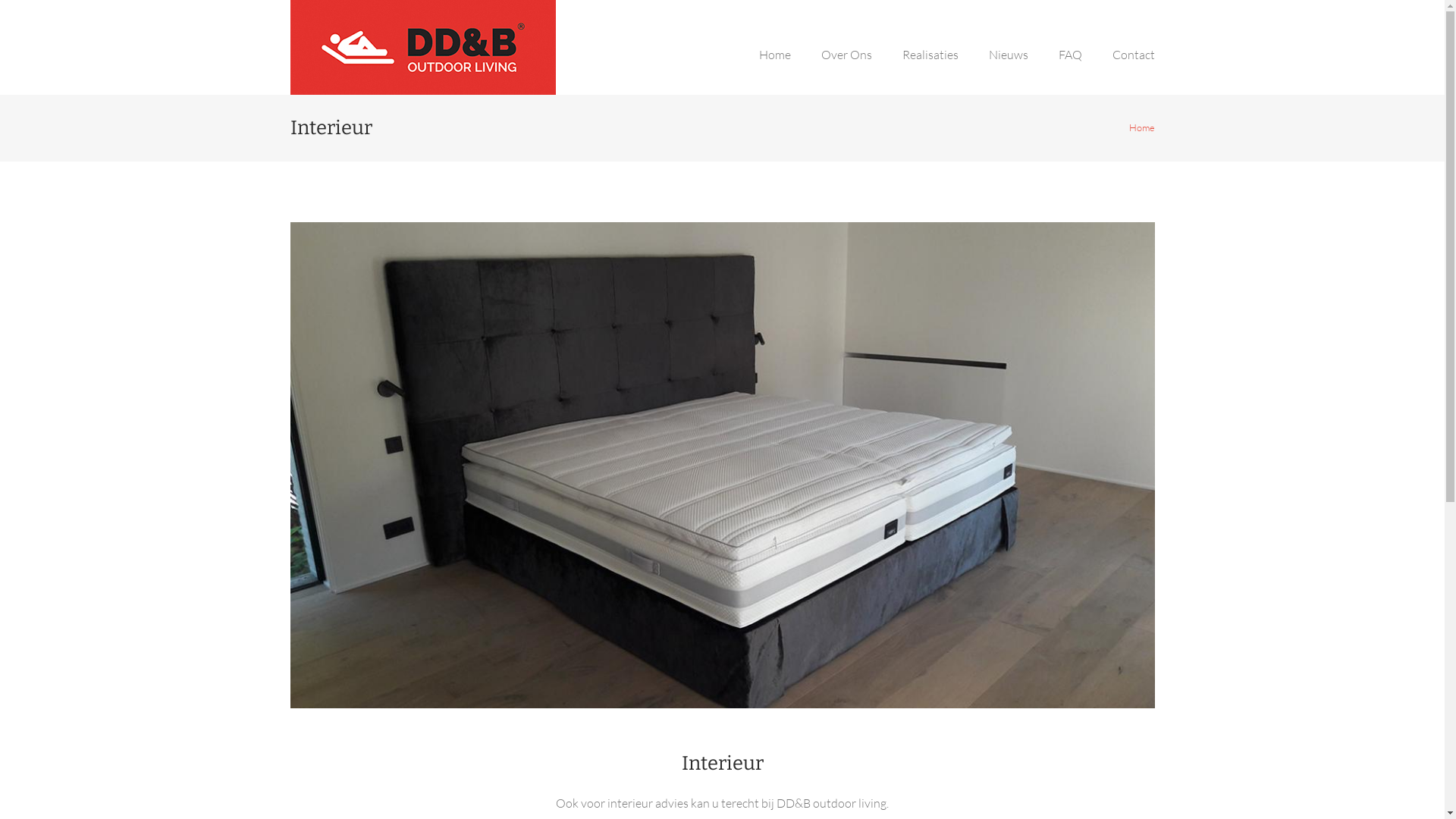 The image size is (1456, 819). Describe the element at coordinates (1069, 71) in the screenshot. I see `'FAQ'` at that location.